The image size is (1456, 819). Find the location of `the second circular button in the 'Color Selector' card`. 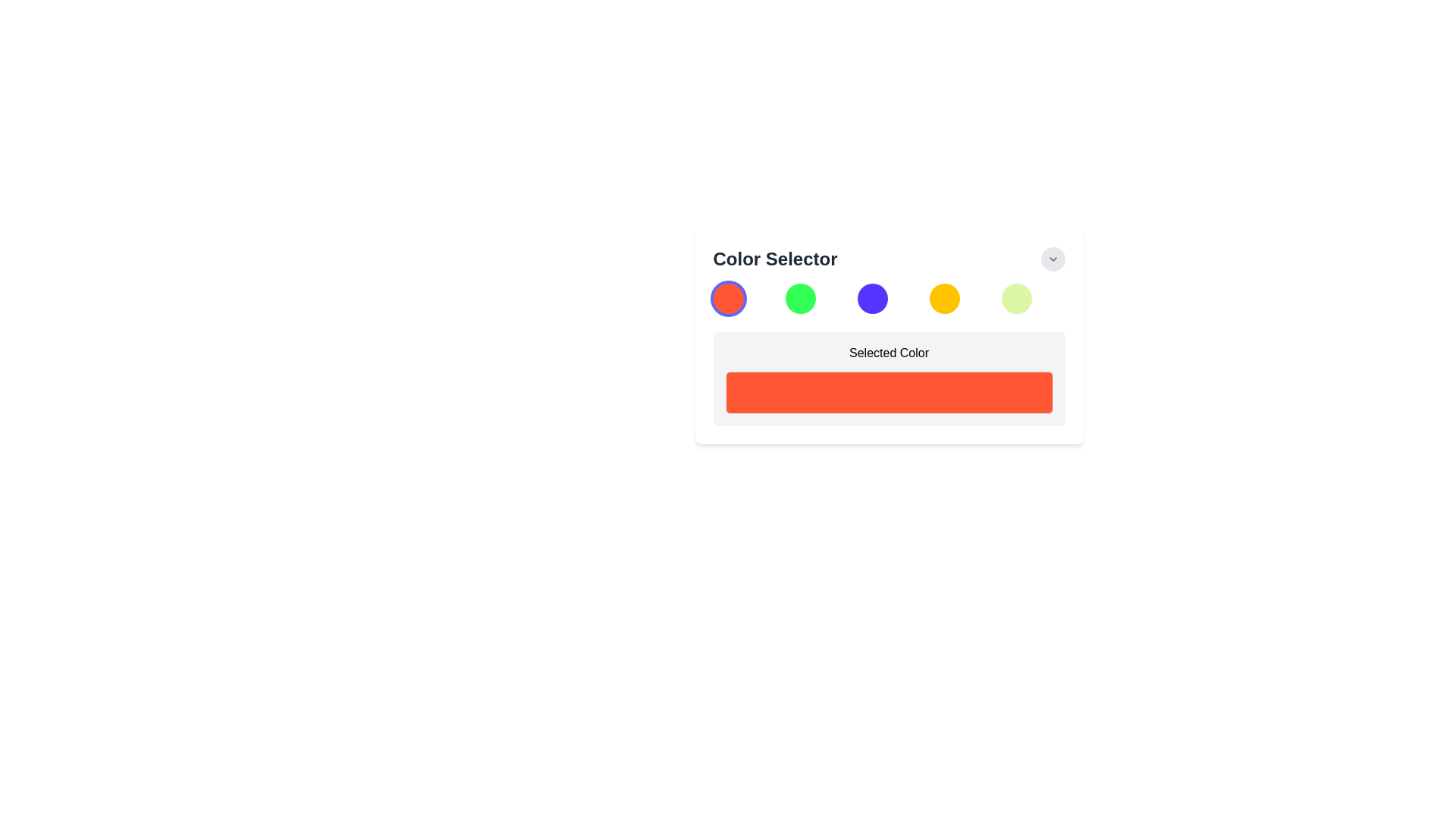

the second circular button in the 'Color Selector' card is located at coordinates (799, 298).